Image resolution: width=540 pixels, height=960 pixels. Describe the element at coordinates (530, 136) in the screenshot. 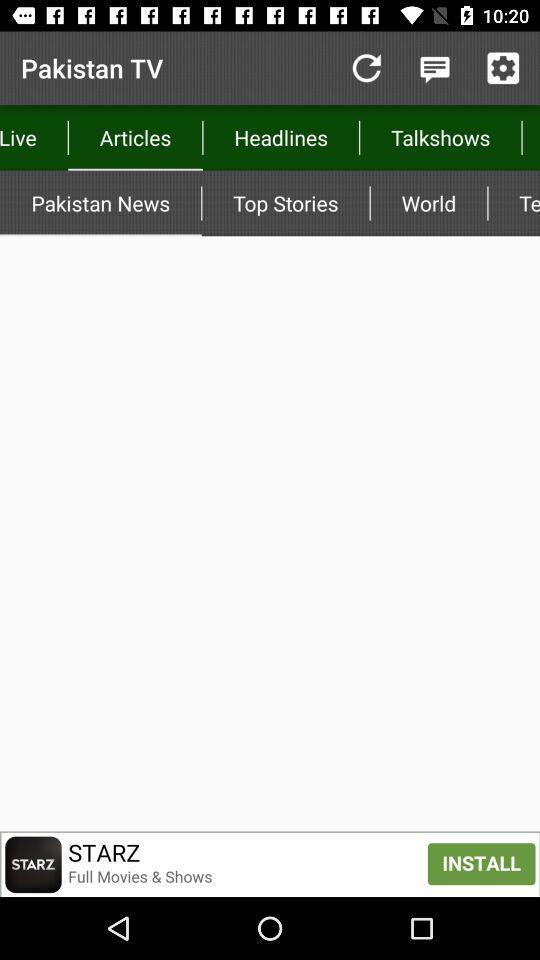

I see `the icon to the right of talkshows item` at that location.